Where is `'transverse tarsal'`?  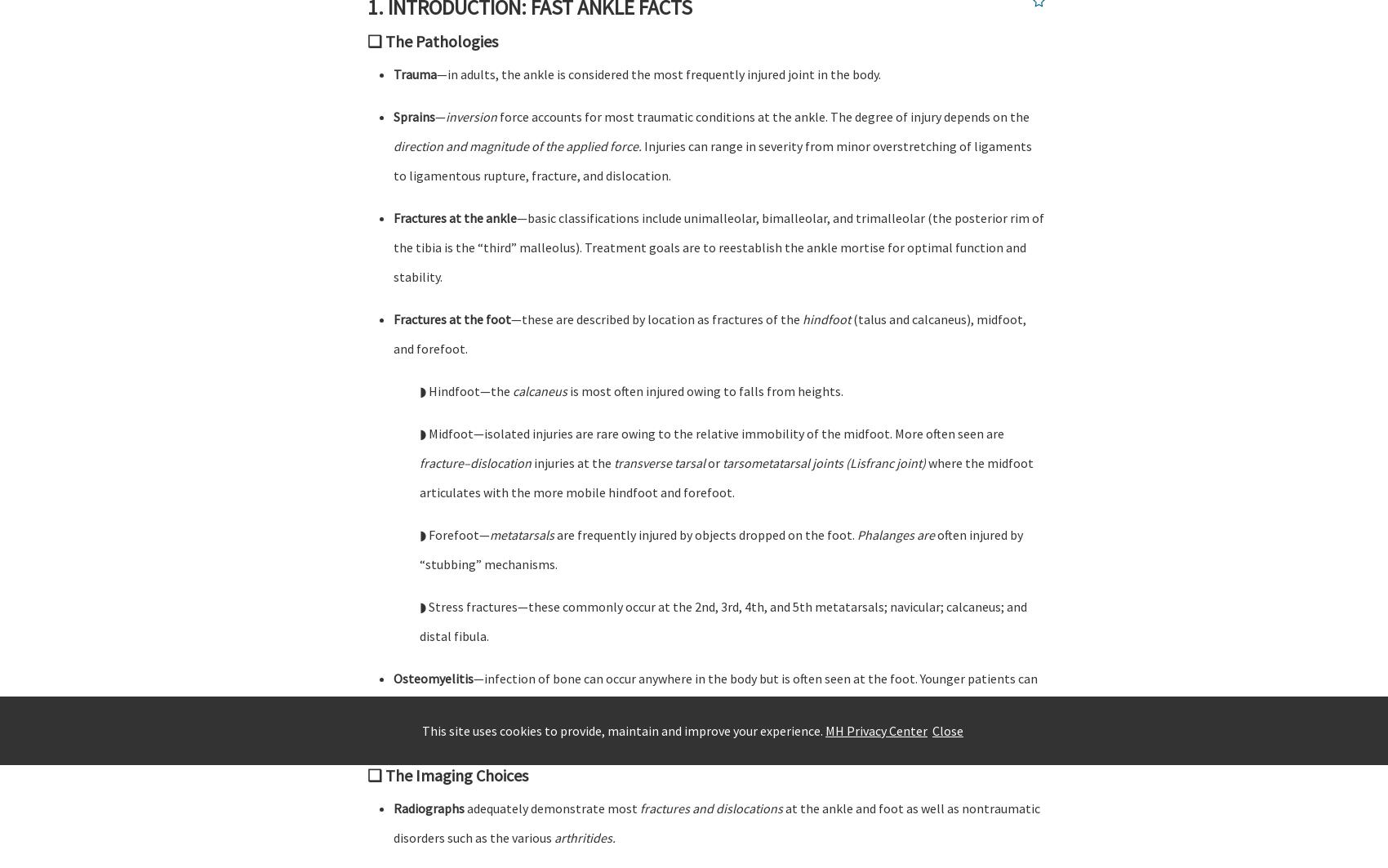 'transverse tarsal' is located at coordinates (659, 462).